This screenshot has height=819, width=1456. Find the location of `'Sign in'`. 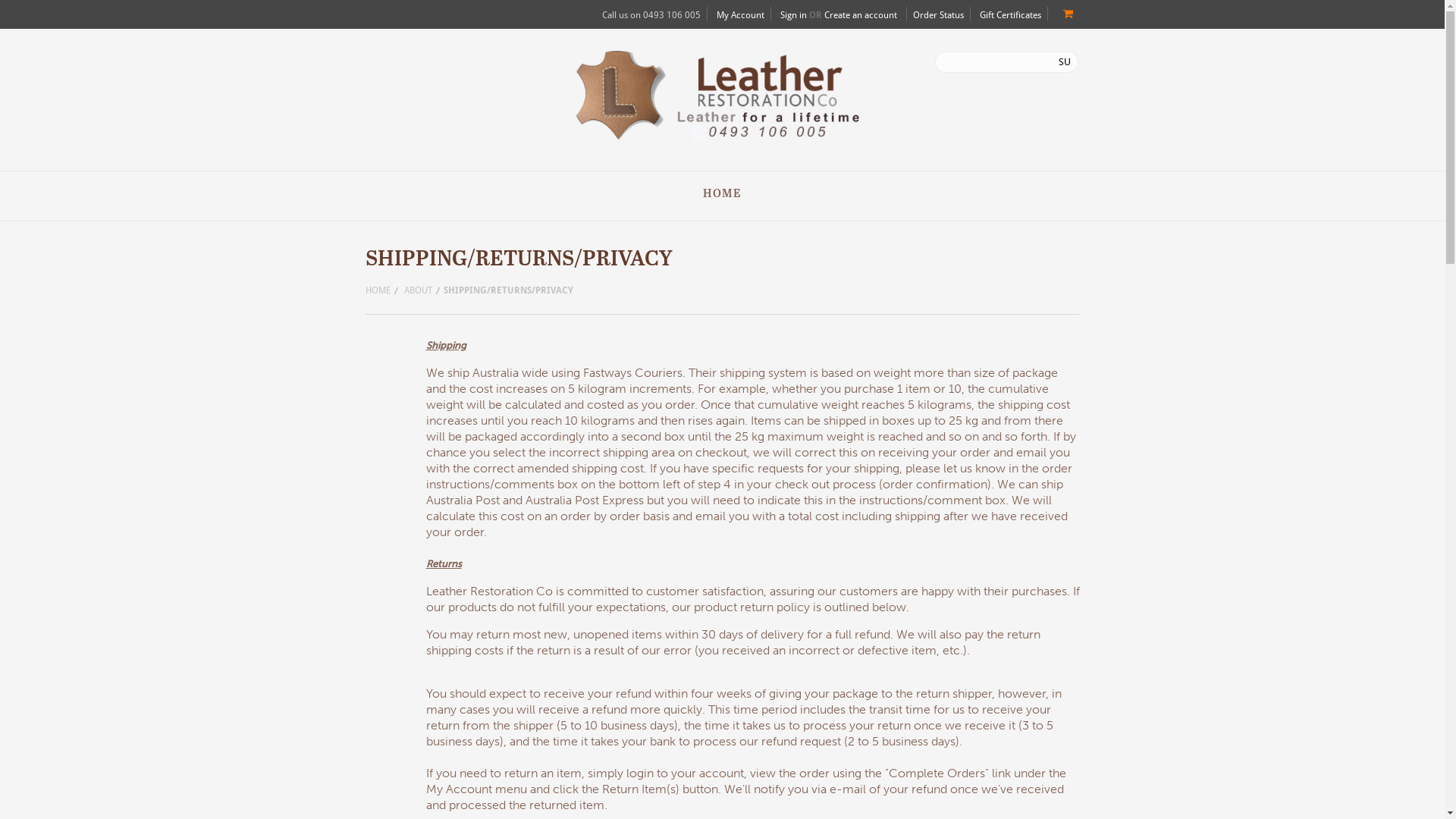

'Sign in' is located at coordinates (792, 14).